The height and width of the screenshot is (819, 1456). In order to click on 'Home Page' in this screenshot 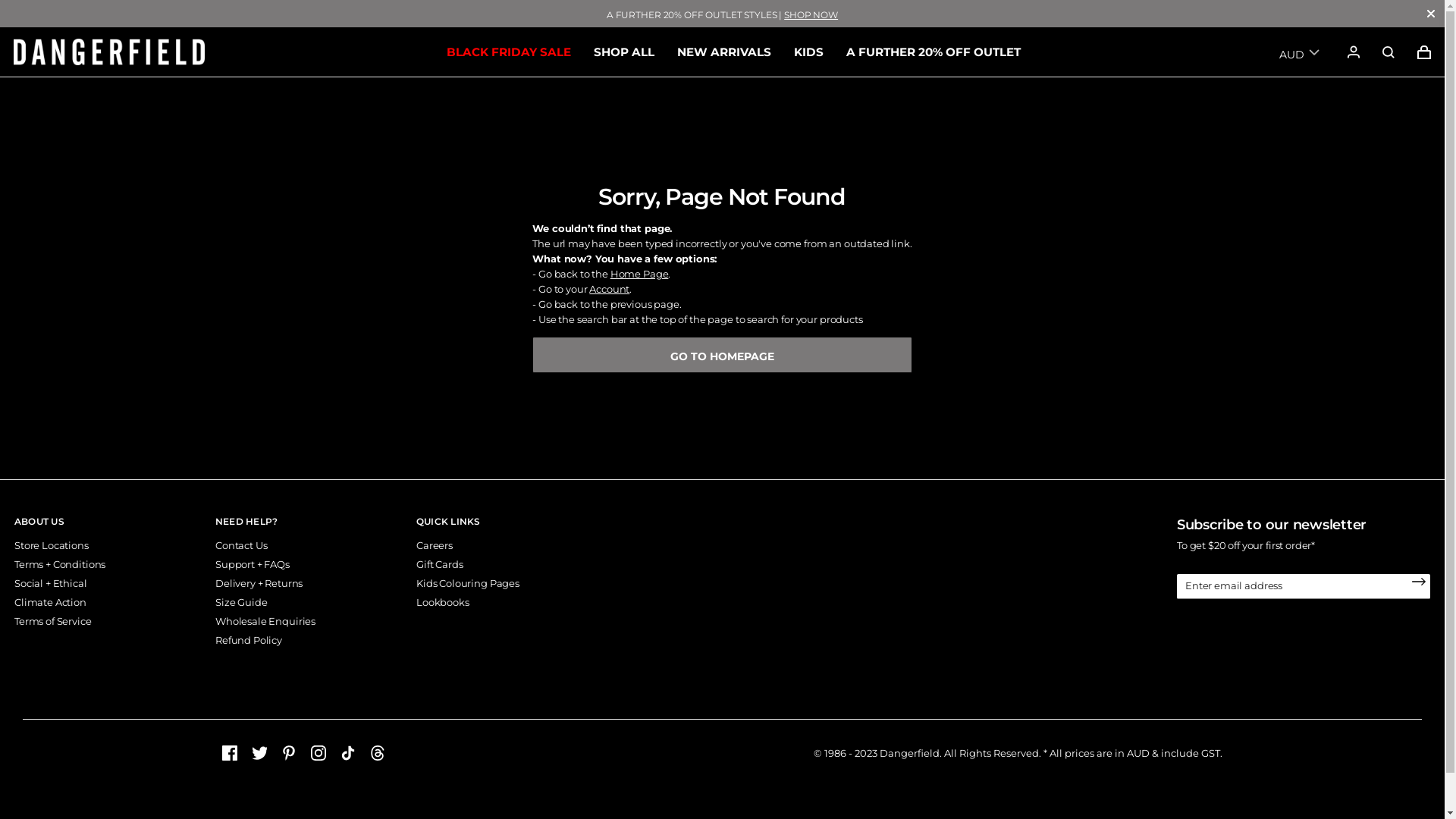, I will do `click(639, 274)`.